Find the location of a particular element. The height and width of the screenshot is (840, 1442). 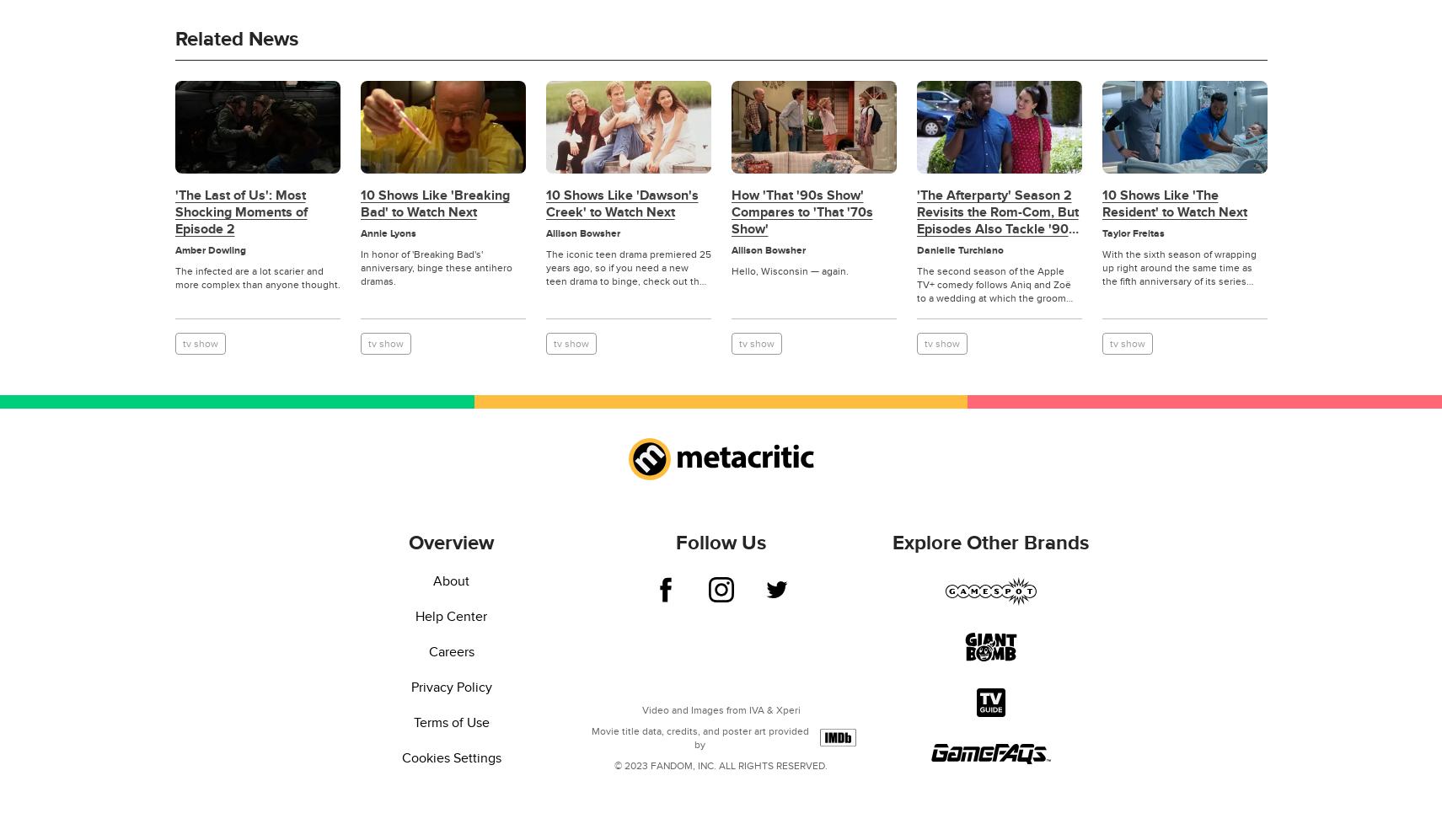

''The Afterparty' Season 2 Revisits the Rom-Com, But Episodes Also Tackle '90s Erotic Thriller and 'Twee Indie Film' Styles' is located at coordinates (995, 227).